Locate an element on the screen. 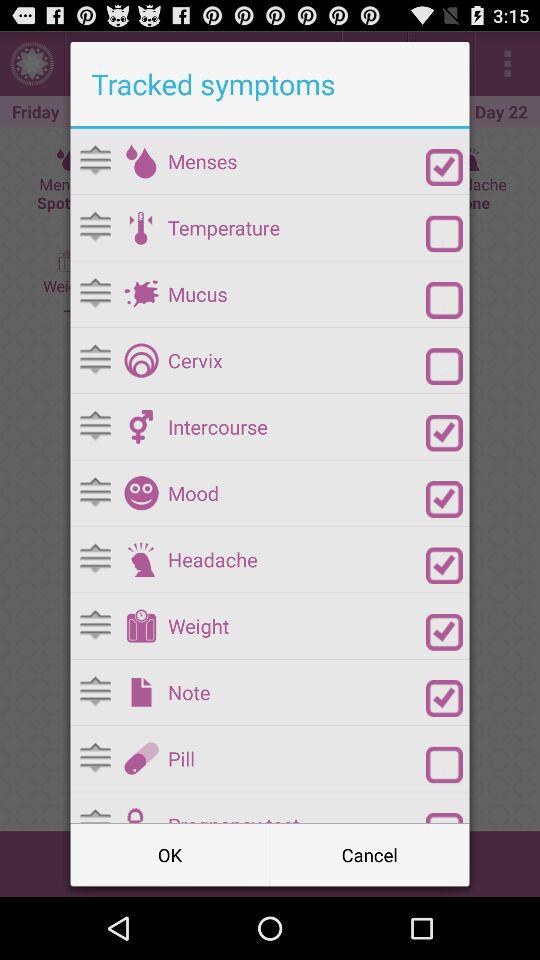  fever is located at coordinates (444, 233).